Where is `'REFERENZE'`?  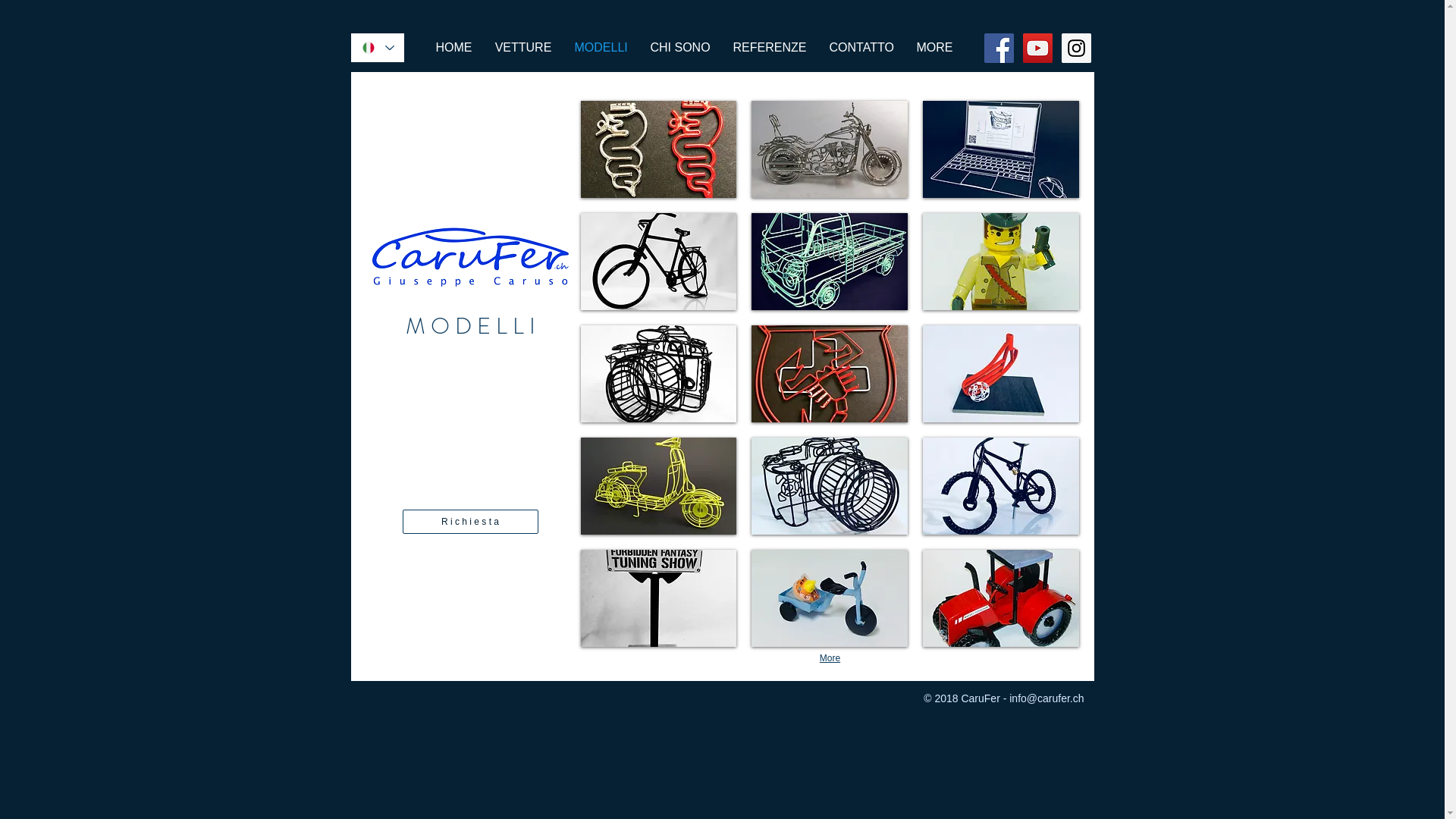 'REFERENZE' is located at coordinates (770, 46).